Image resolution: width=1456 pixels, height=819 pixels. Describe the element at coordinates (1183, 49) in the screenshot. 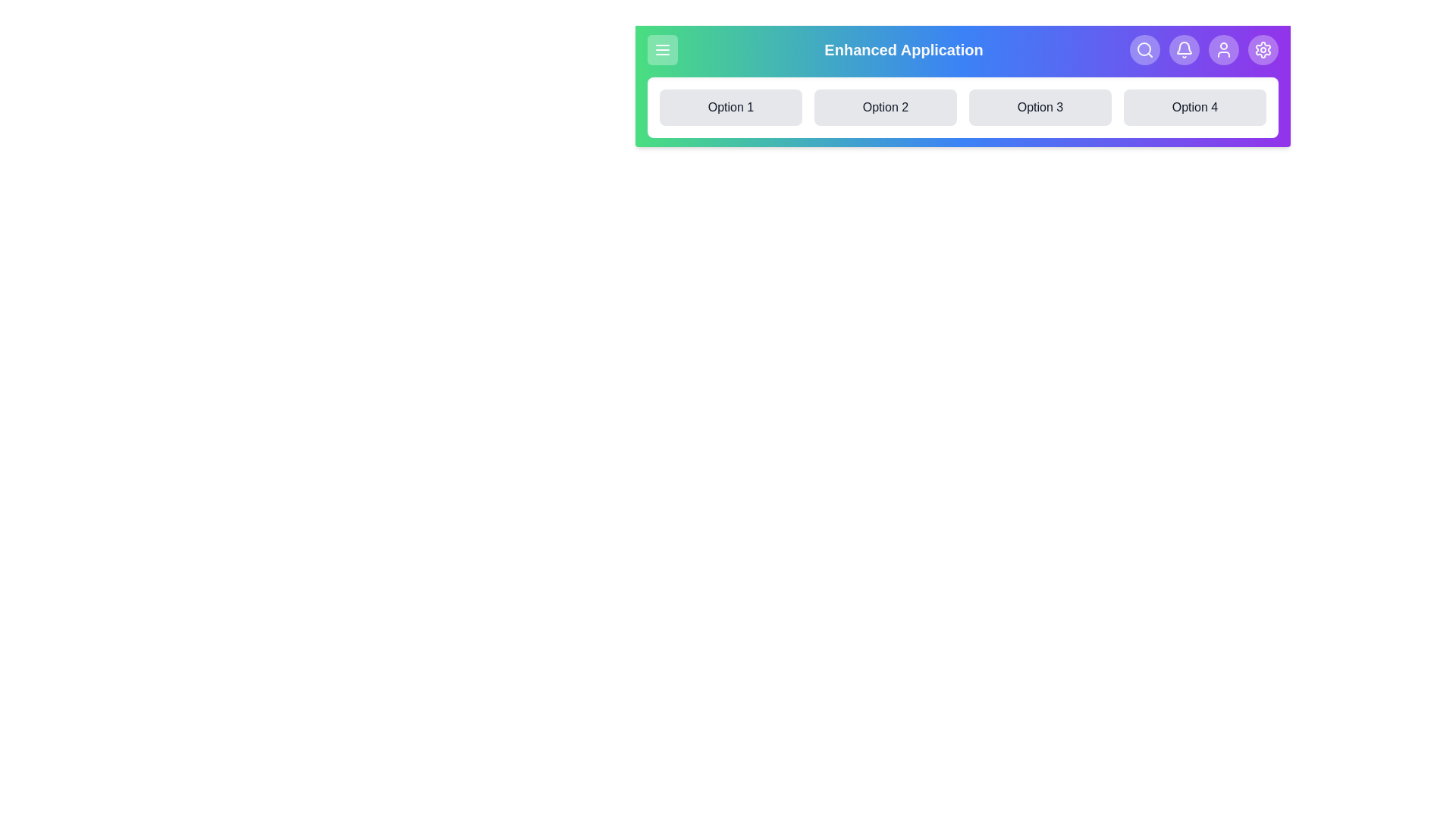

I see `the Notifications button in the navigation bar` at that location.